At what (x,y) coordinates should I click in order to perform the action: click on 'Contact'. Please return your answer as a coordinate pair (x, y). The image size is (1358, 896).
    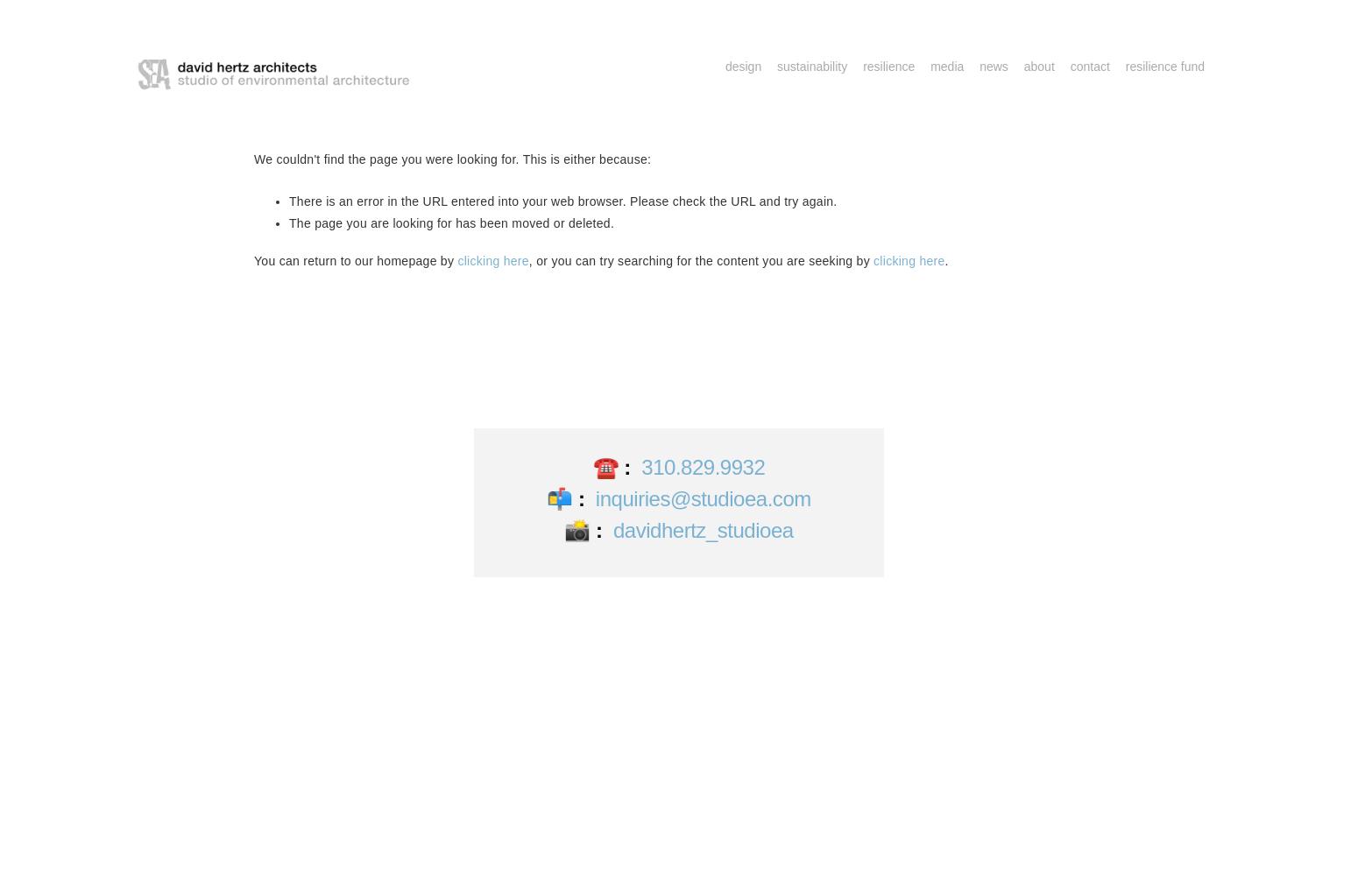
    Looking at the image, I should click on (1069, 66).